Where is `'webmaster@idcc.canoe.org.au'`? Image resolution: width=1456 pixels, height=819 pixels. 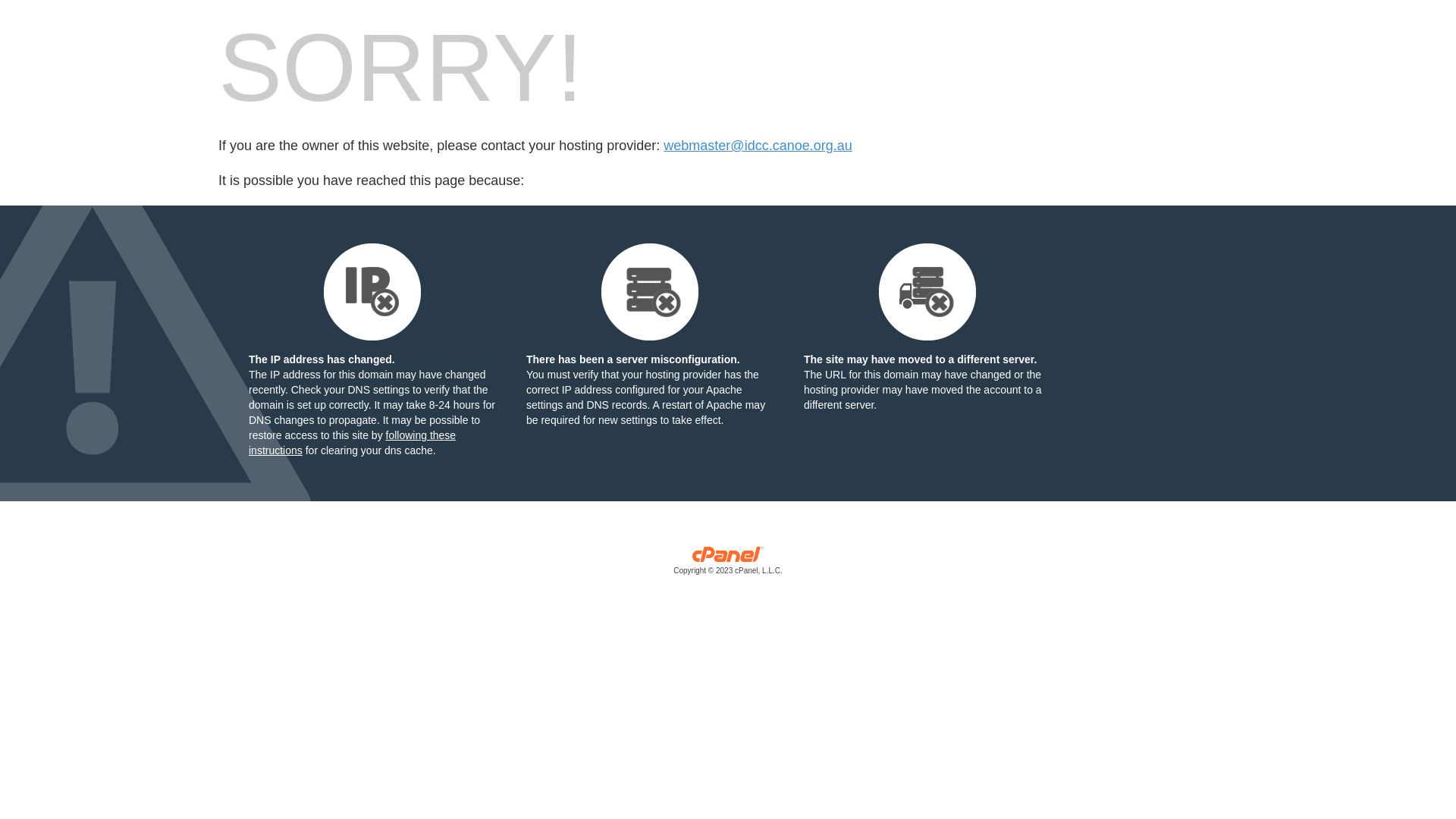
'webmaster@idcc.canoe.org.au' is located at coordinates (757, 146).